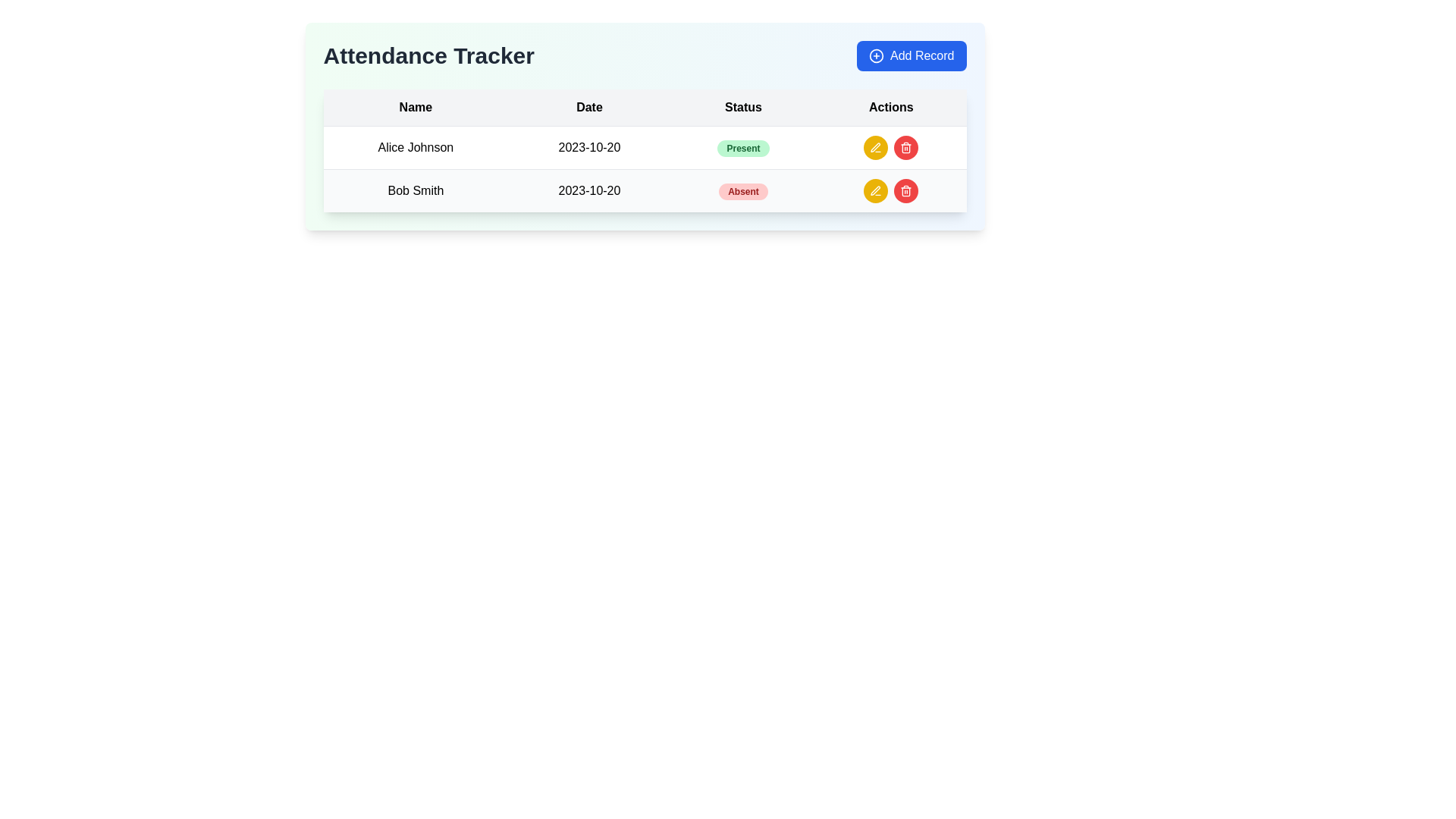 This screenshot has width=1456, height=819. I want to click on the minimalist trash can icon button with a red circular background located in the 'Actions' column of the second row, so click(906, 148).